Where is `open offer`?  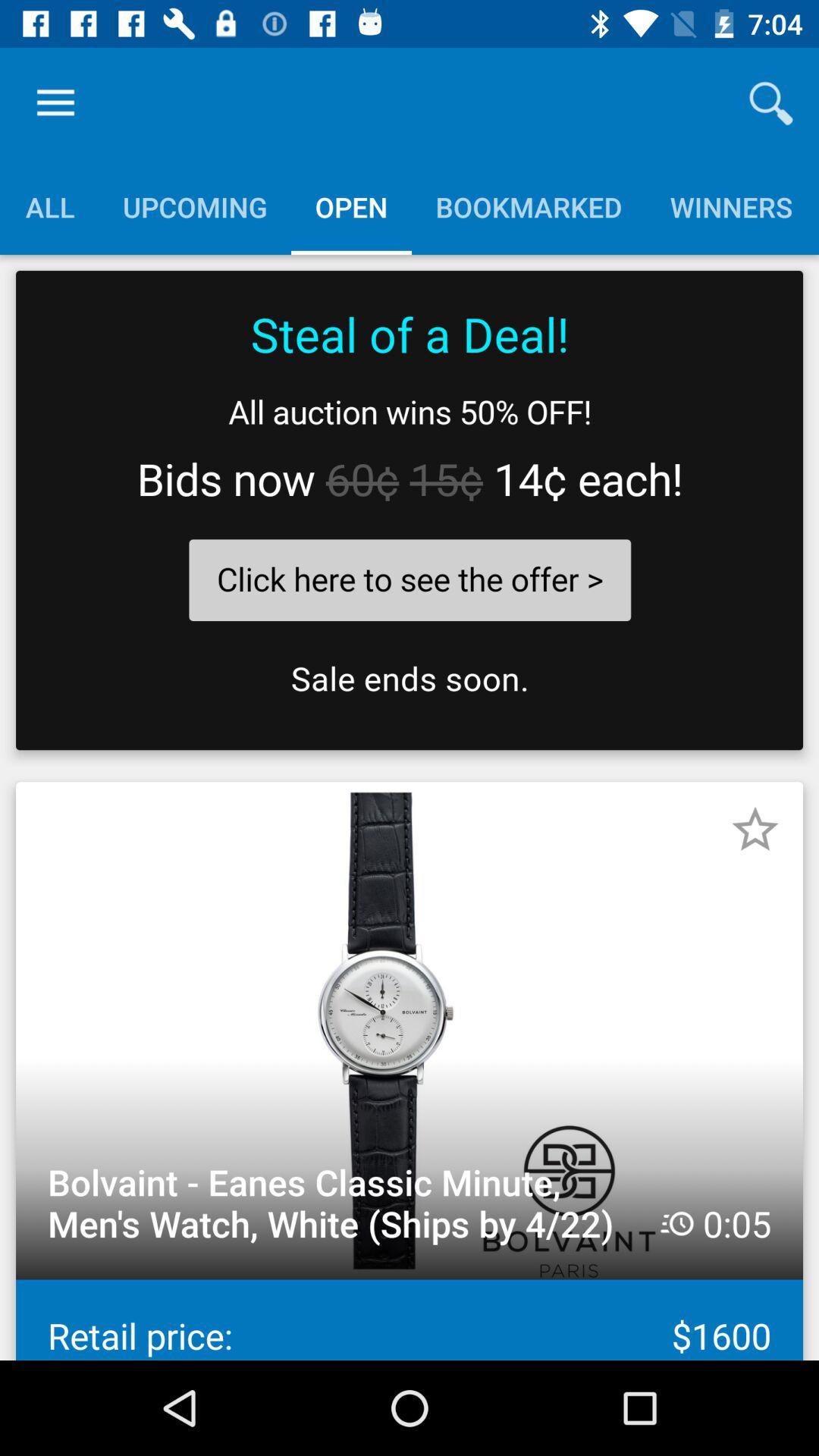
open offer is located at coordinates (409, 510).